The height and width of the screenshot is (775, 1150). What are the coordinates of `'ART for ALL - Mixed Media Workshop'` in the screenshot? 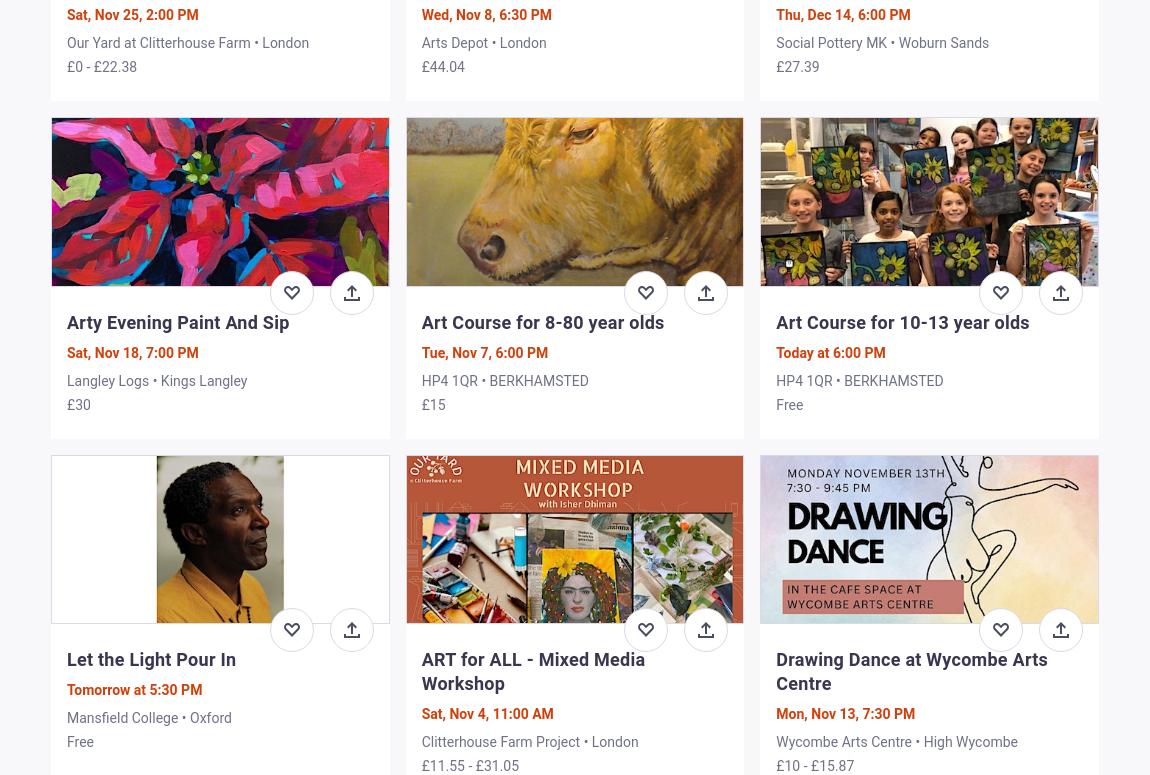 It's located at (533, 669).